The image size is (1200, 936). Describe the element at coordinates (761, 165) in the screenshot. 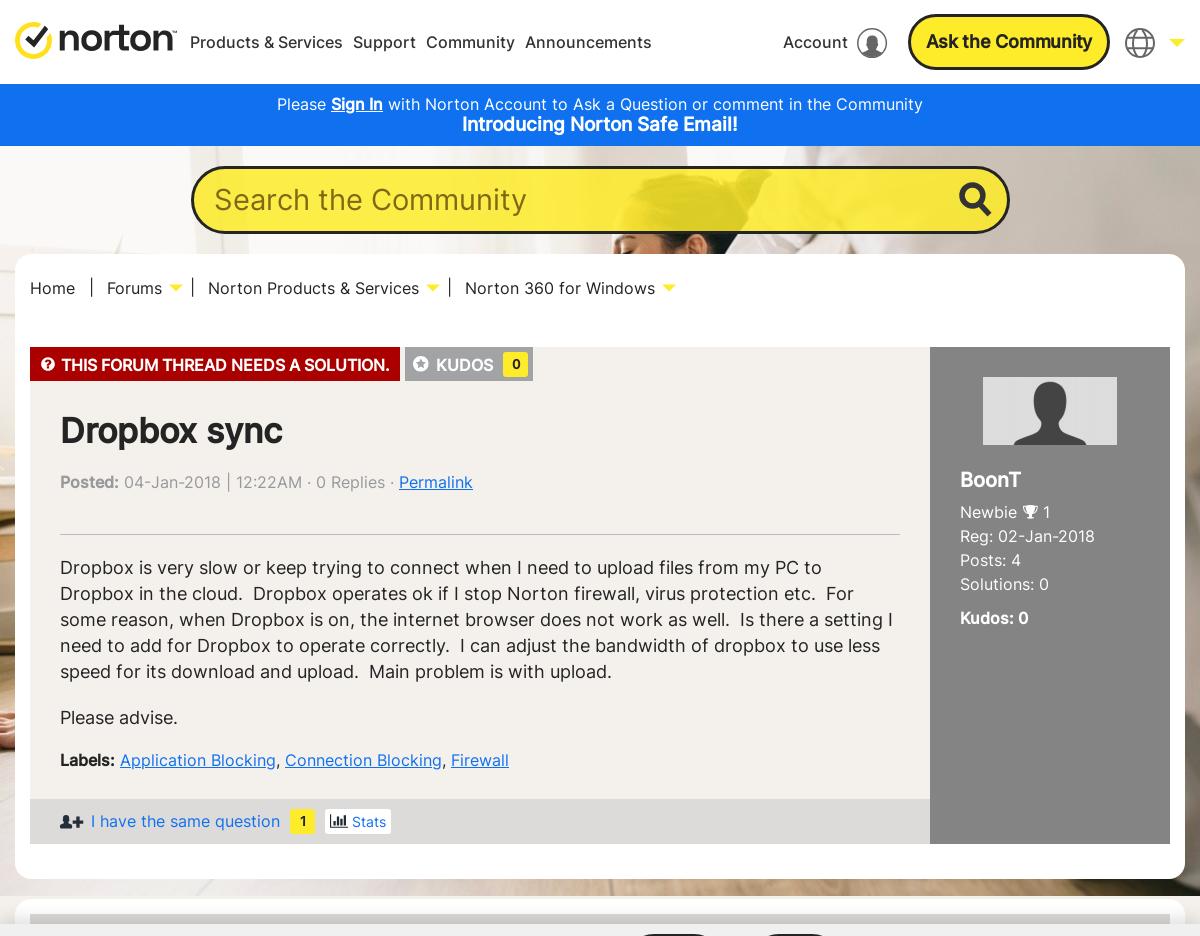

I see `'Create New Post'` at that location.